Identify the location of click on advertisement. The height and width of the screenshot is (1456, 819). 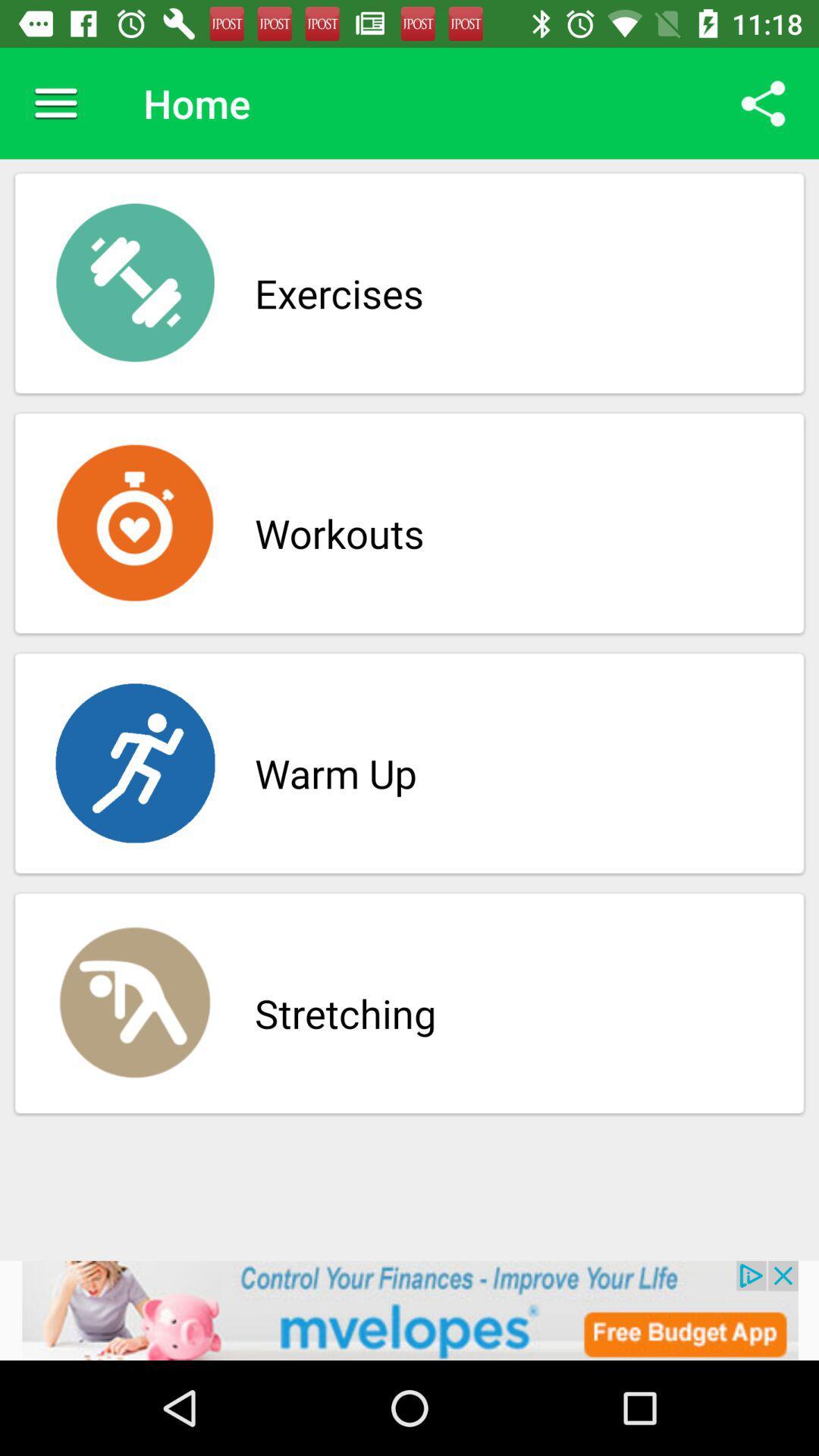
(409, 1310).